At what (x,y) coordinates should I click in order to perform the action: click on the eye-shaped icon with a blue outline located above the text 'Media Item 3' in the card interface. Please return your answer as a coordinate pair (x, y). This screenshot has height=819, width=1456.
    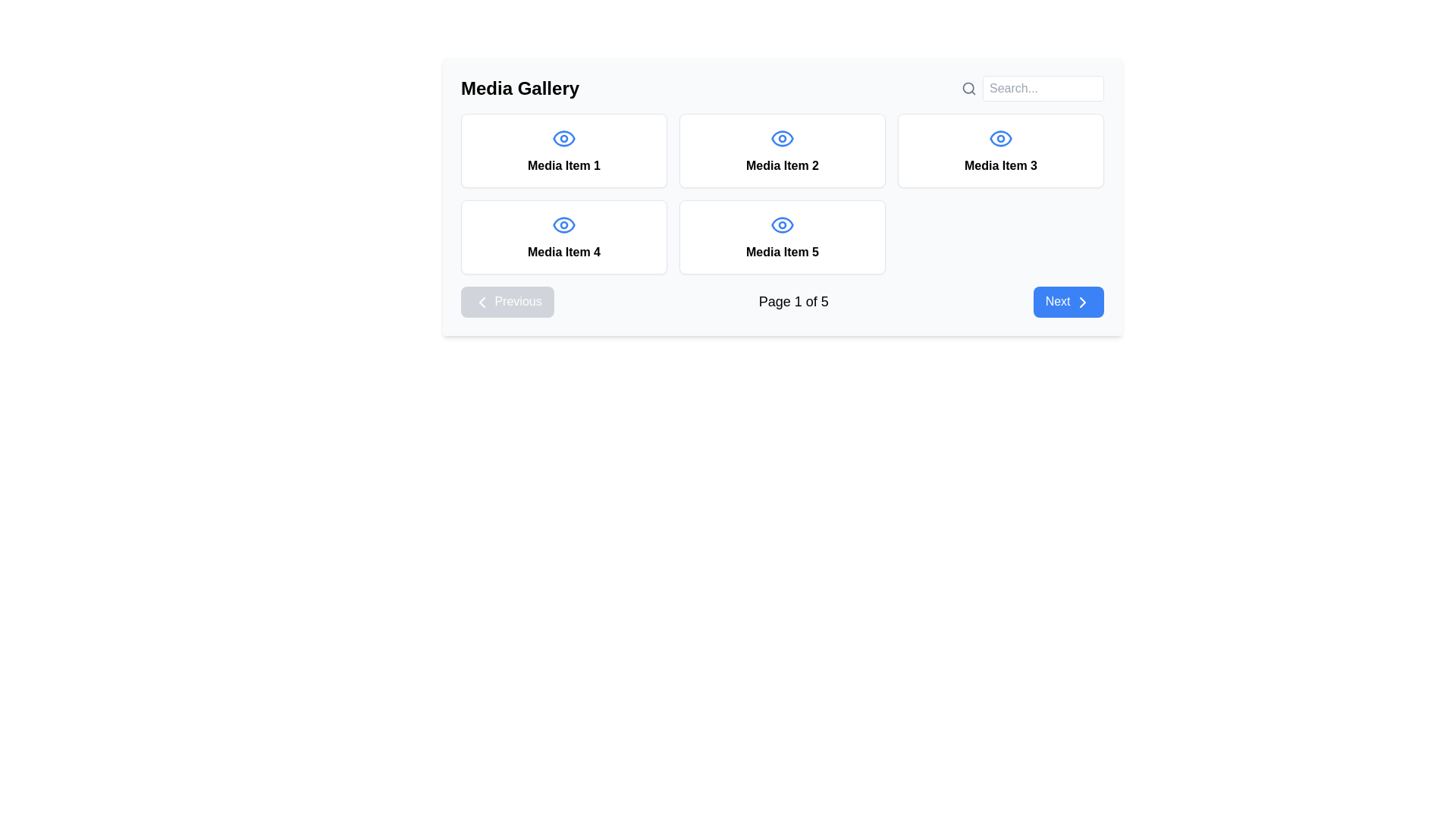
    Looking at the image, I should click on (1001, 138).